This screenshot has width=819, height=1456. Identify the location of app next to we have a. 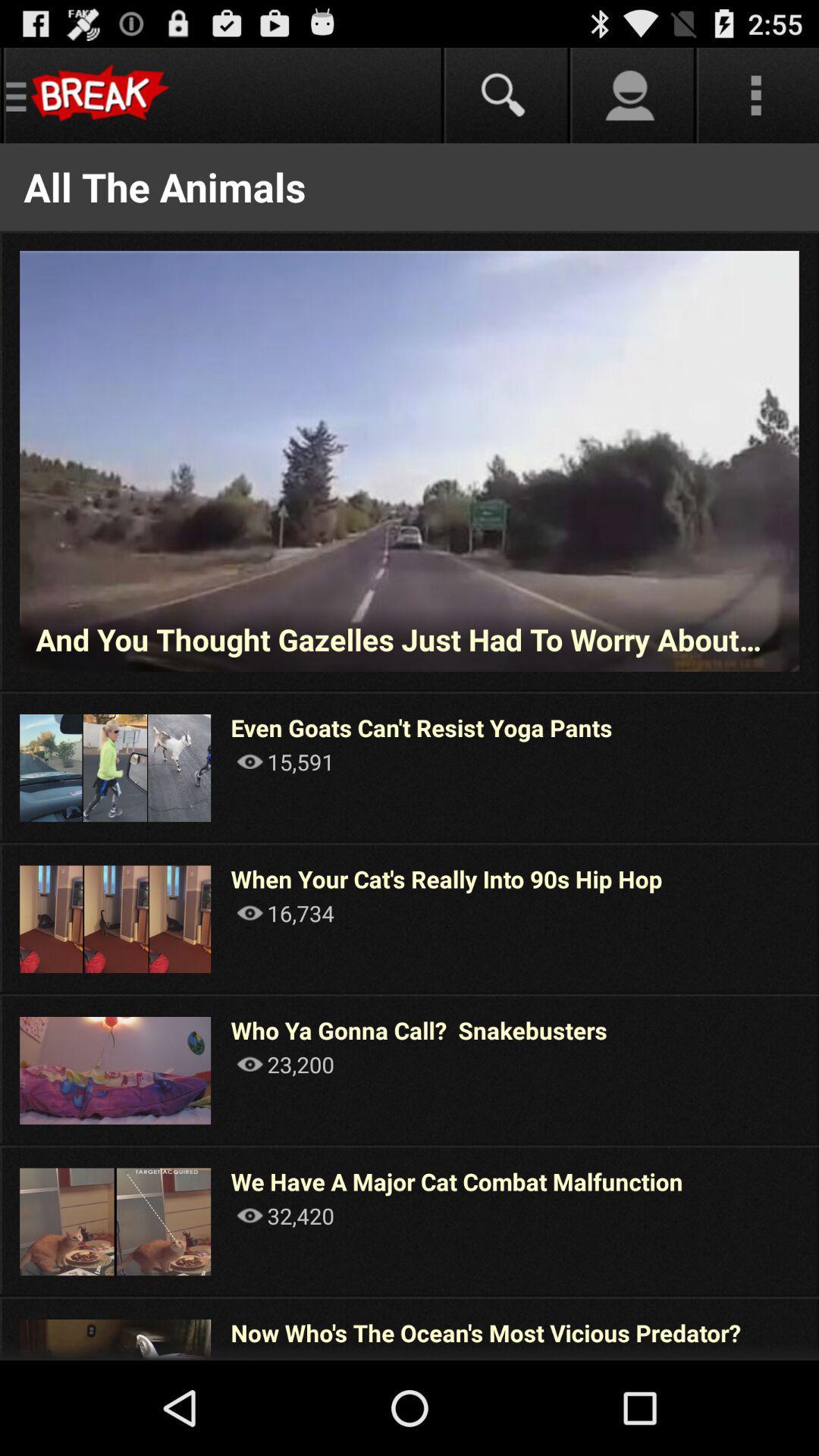
(817, 1221).